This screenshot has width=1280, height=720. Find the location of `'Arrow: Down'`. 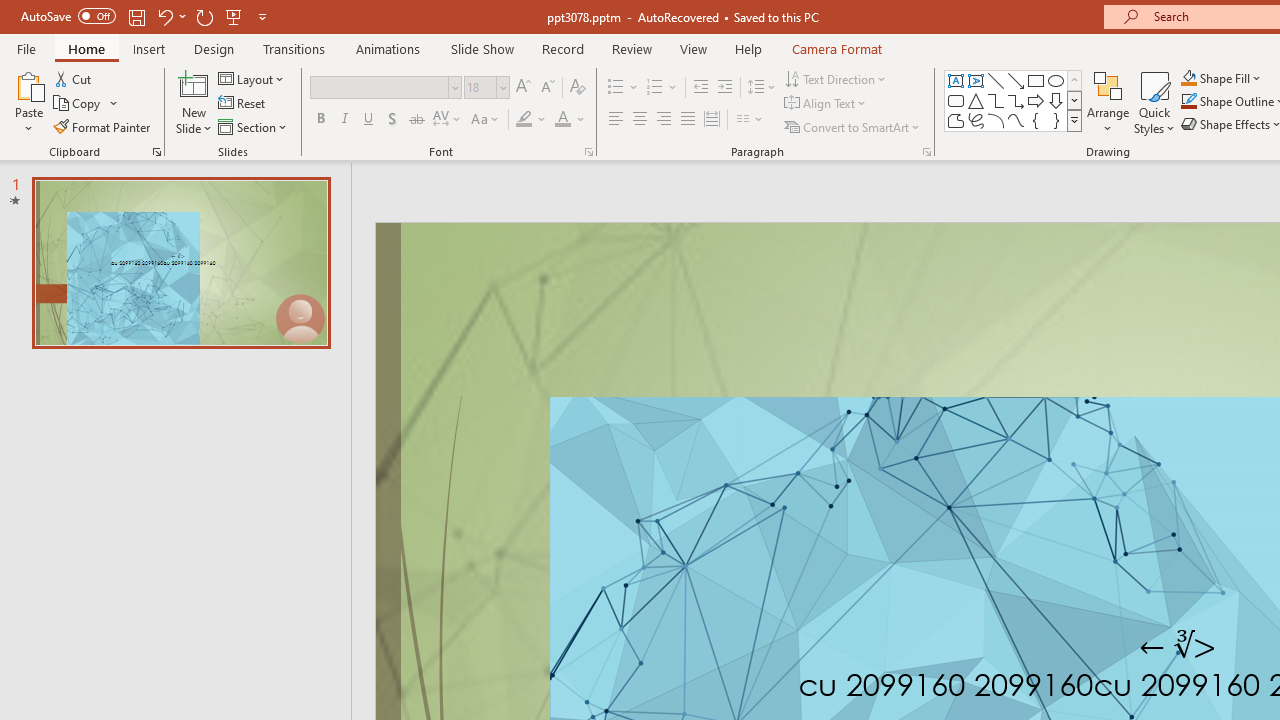

'Arrow: Down' is located at coordinates (1055, 100).